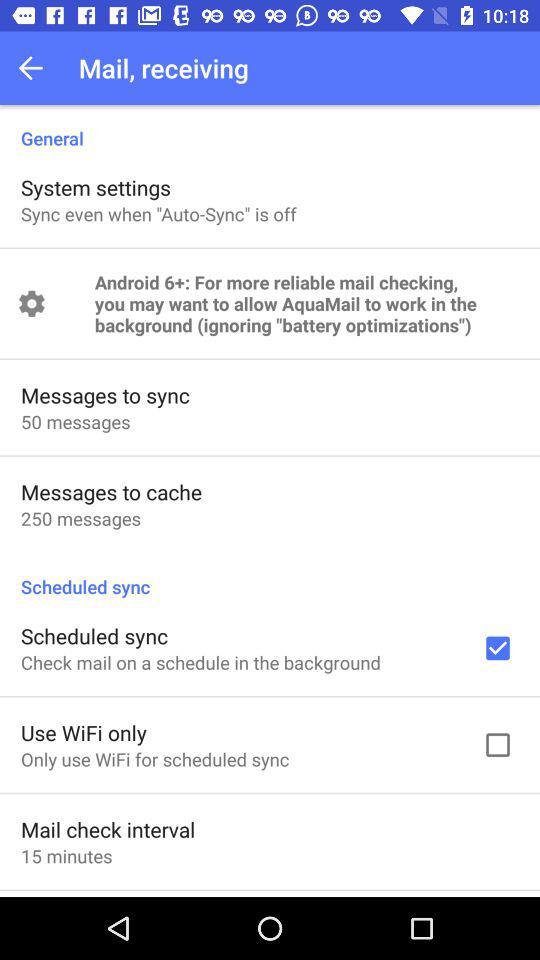 The width and height of the screenshot is (540, 960). Describe the element at coordinates (74, 421) in the screenshot. I see `the 50 messages` at that location.